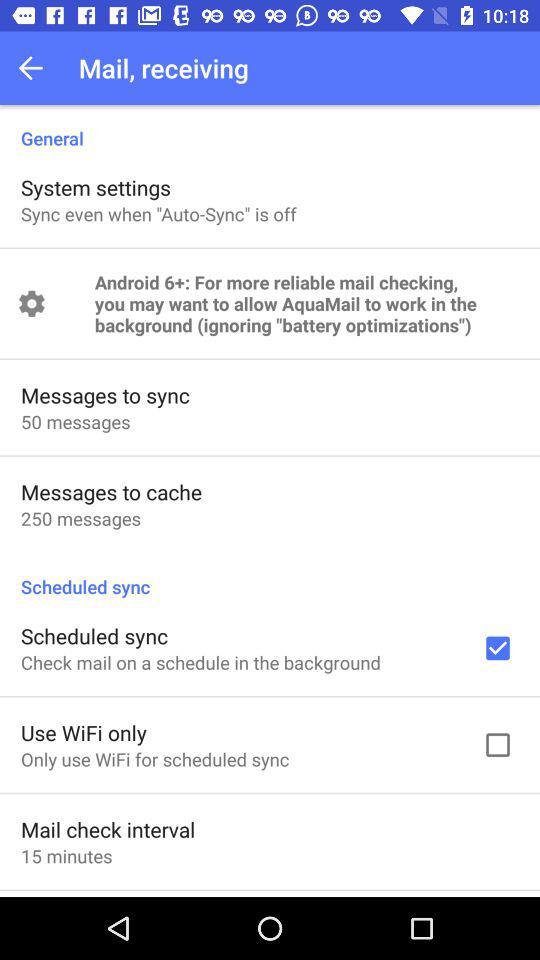 The width and height of the screenshot is (540, 960). Describe the element at coordinates (74, 421) in the screenshot. I see `the 50 messages` at that location.